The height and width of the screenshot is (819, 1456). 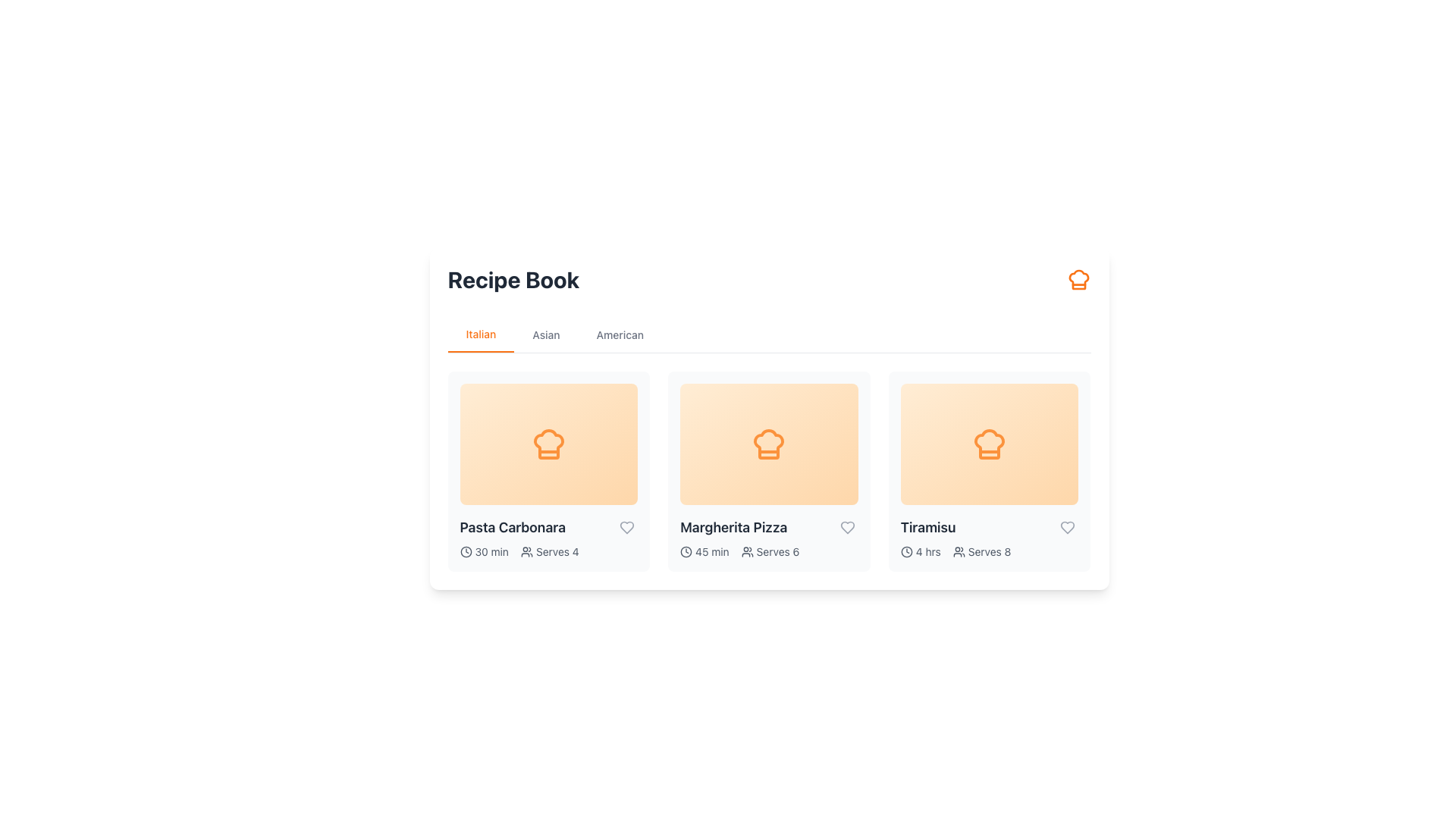 I want to click on the heart-shaped button outlined in gray, located to the right of the text 'Pasta Carbonara', so click(x=627, y=526).